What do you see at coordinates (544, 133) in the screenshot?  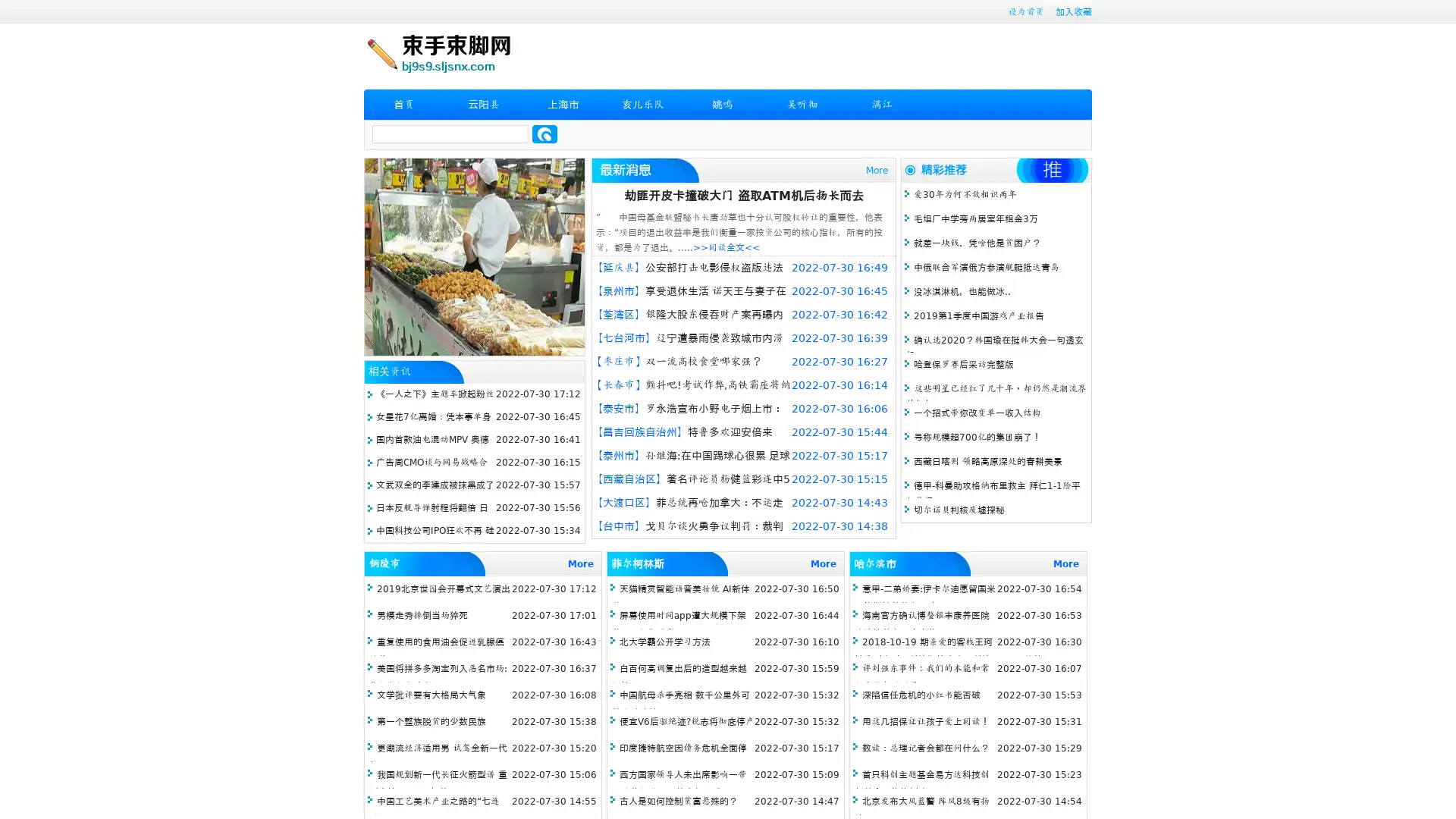 I see `Search` at bounding box center [544, 133].